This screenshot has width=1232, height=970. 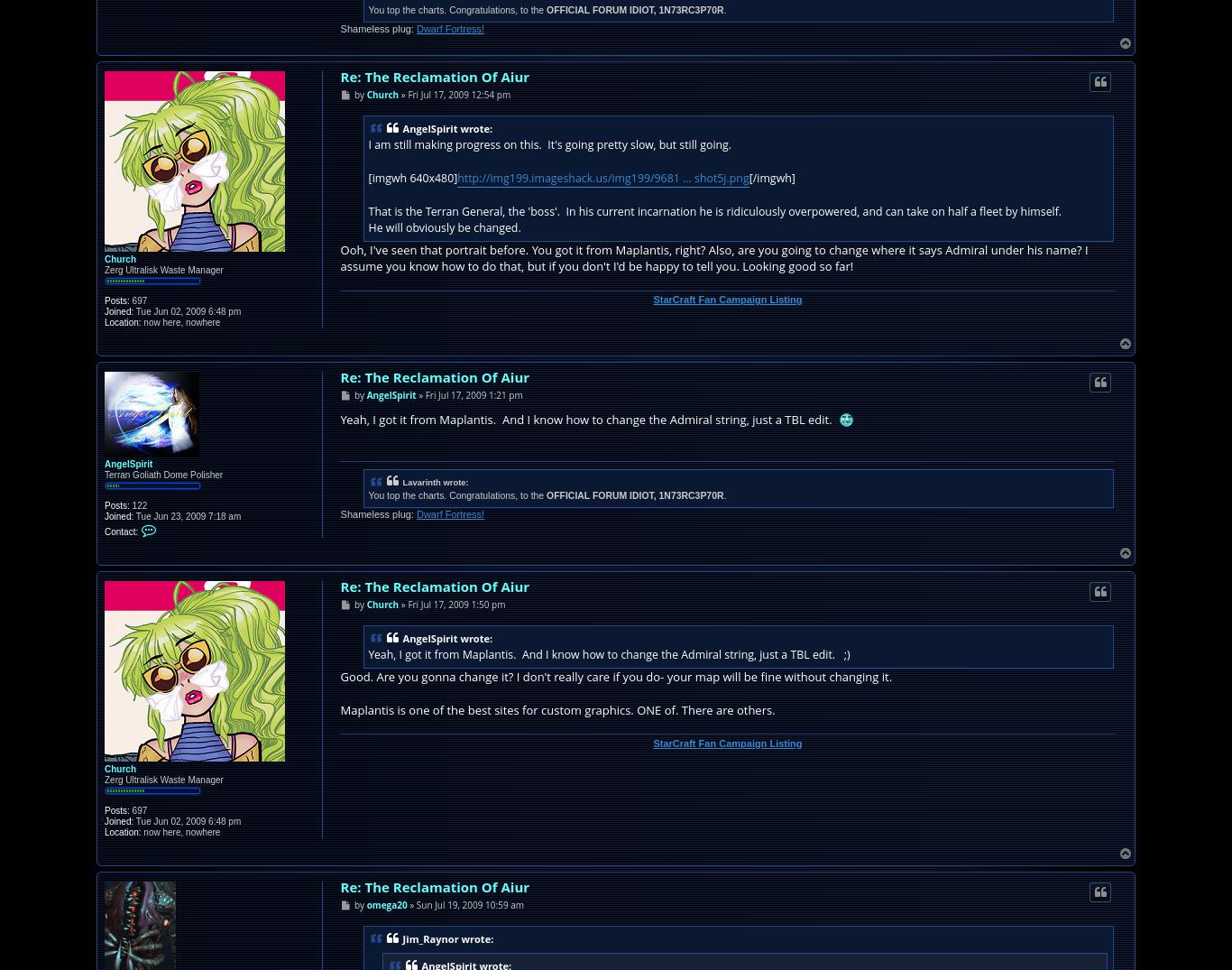 I want to click on 'Contact:', so click(x=103, y=530).